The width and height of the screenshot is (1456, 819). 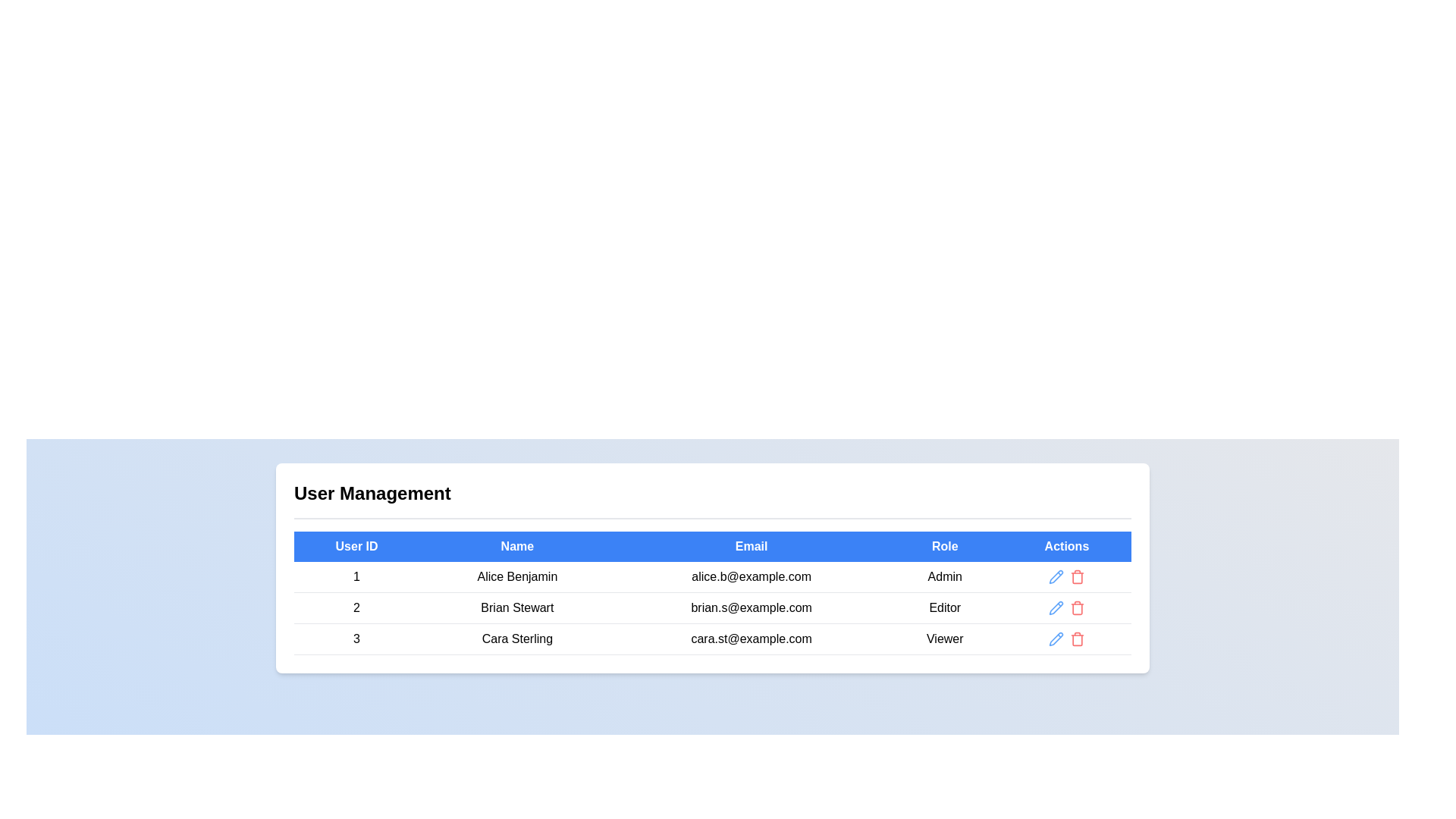 I want to click on the small red trash can icon in the 'Actions' column of the user management table, so click(x=1076, y=607).